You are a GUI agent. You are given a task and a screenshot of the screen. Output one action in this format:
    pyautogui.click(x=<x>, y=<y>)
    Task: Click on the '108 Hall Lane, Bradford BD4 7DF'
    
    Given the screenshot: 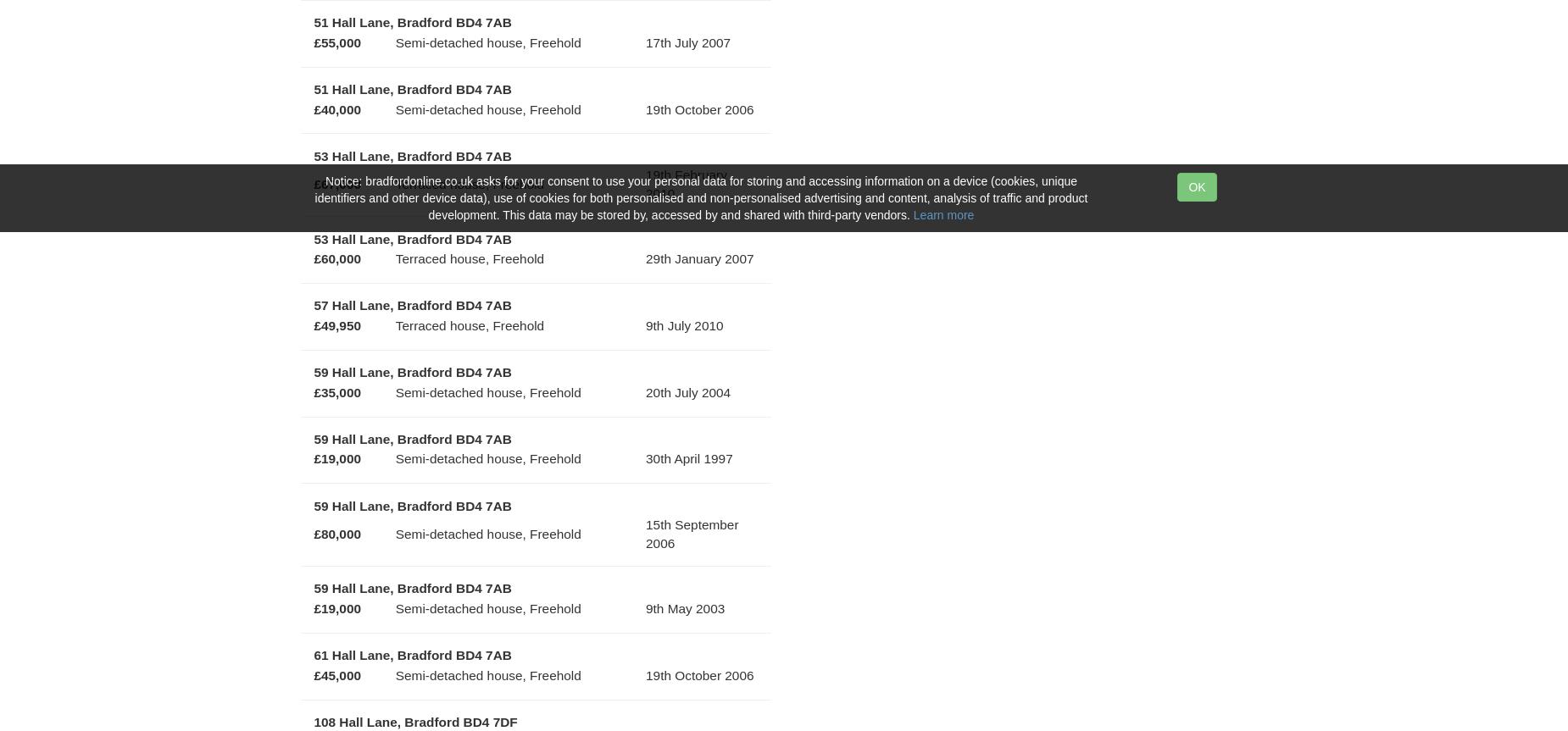 What is the action you would take?
    pyautogui.click(x=415, y=721)
    